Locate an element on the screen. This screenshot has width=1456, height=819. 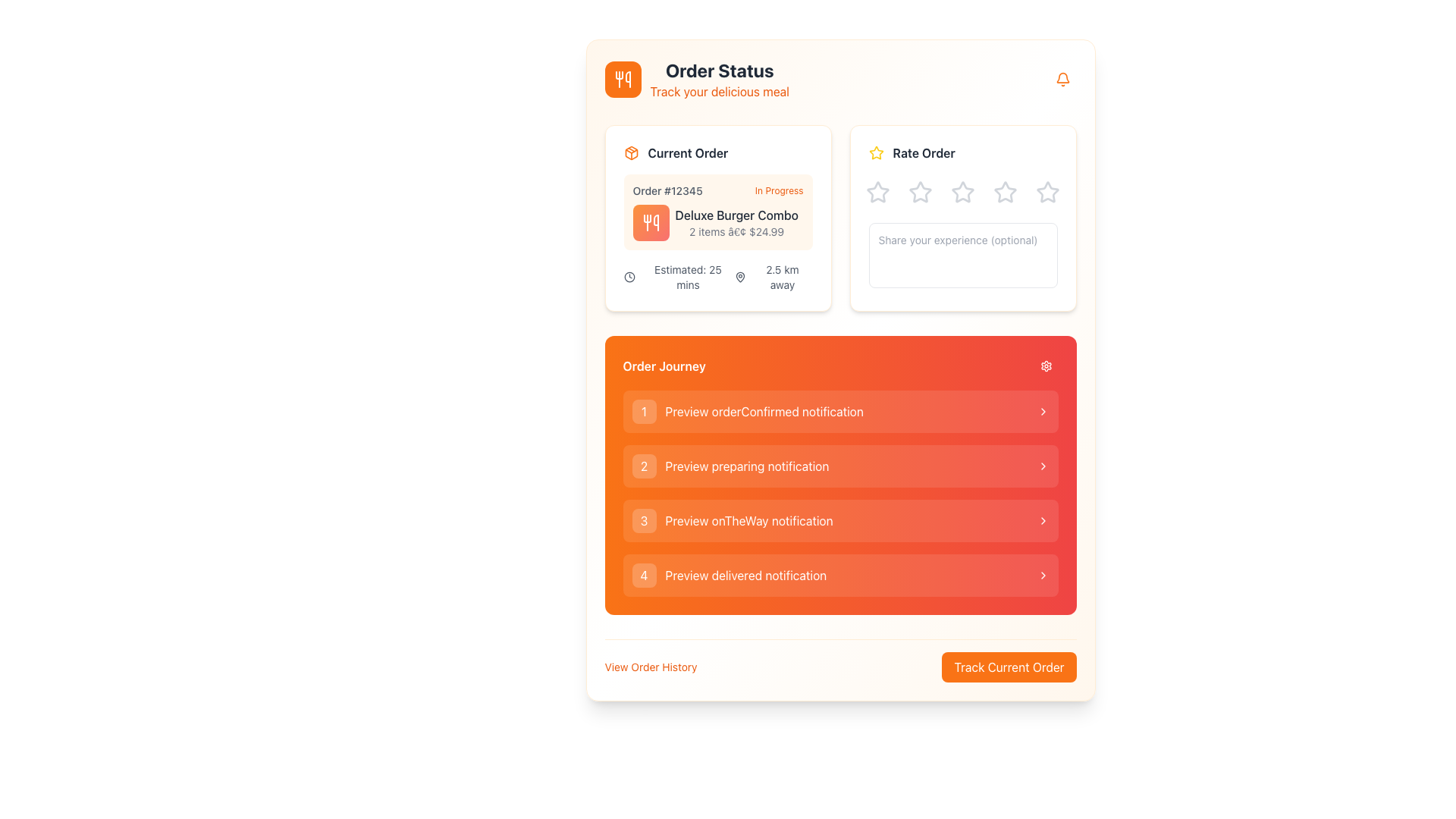
the text label displaying '2.5 km away' located in the 'Current Order' section, positioned to the right of the dark gray map pin icon is located at coordinates (773, 278).